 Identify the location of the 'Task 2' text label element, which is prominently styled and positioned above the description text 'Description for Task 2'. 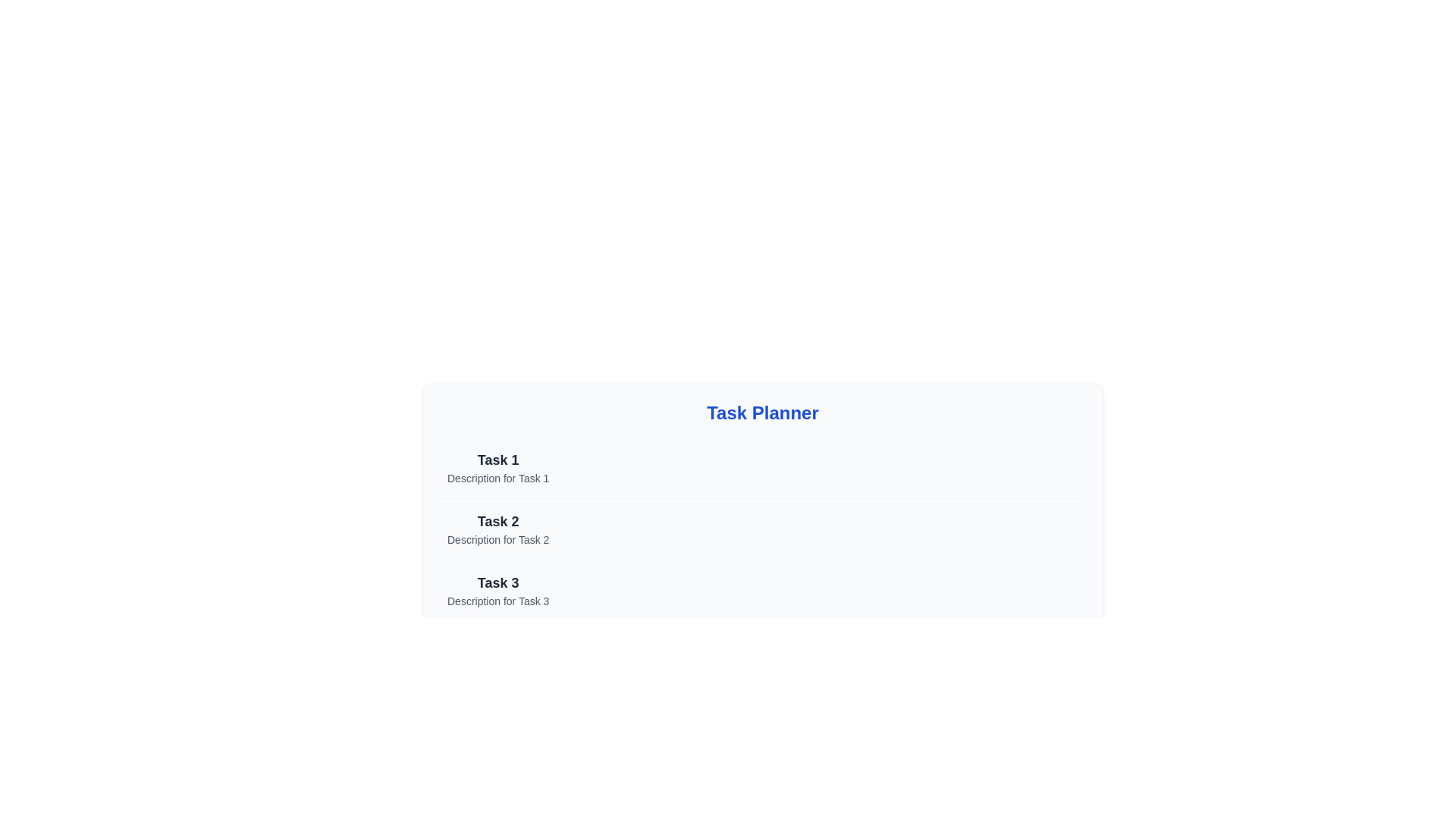
(498, 520).